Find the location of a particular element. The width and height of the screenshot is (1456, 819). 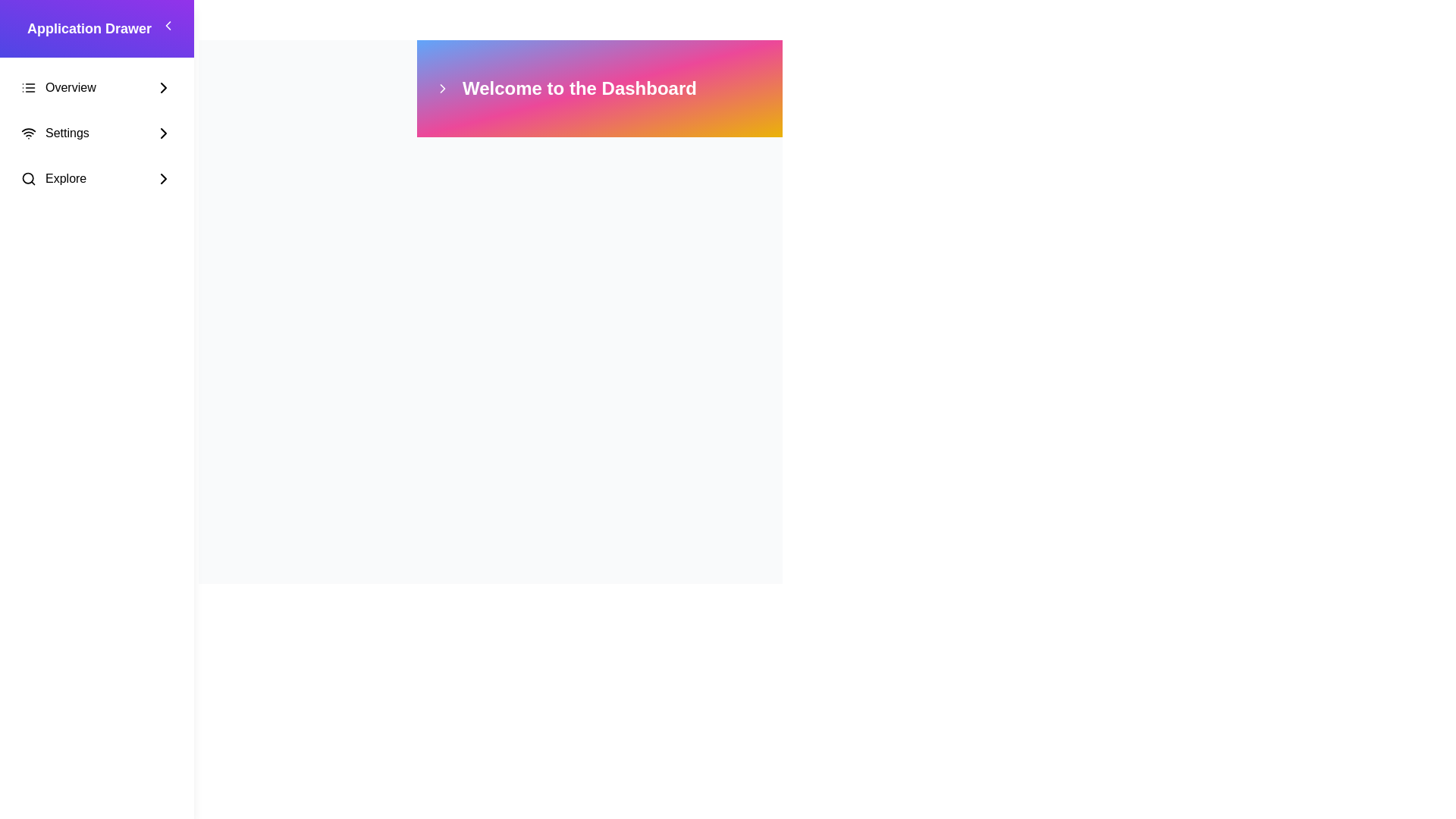

the Wi-Fi icon located to the left of the 'Settings' text label in the left-hand side menu is located at coordinates (29, 133).